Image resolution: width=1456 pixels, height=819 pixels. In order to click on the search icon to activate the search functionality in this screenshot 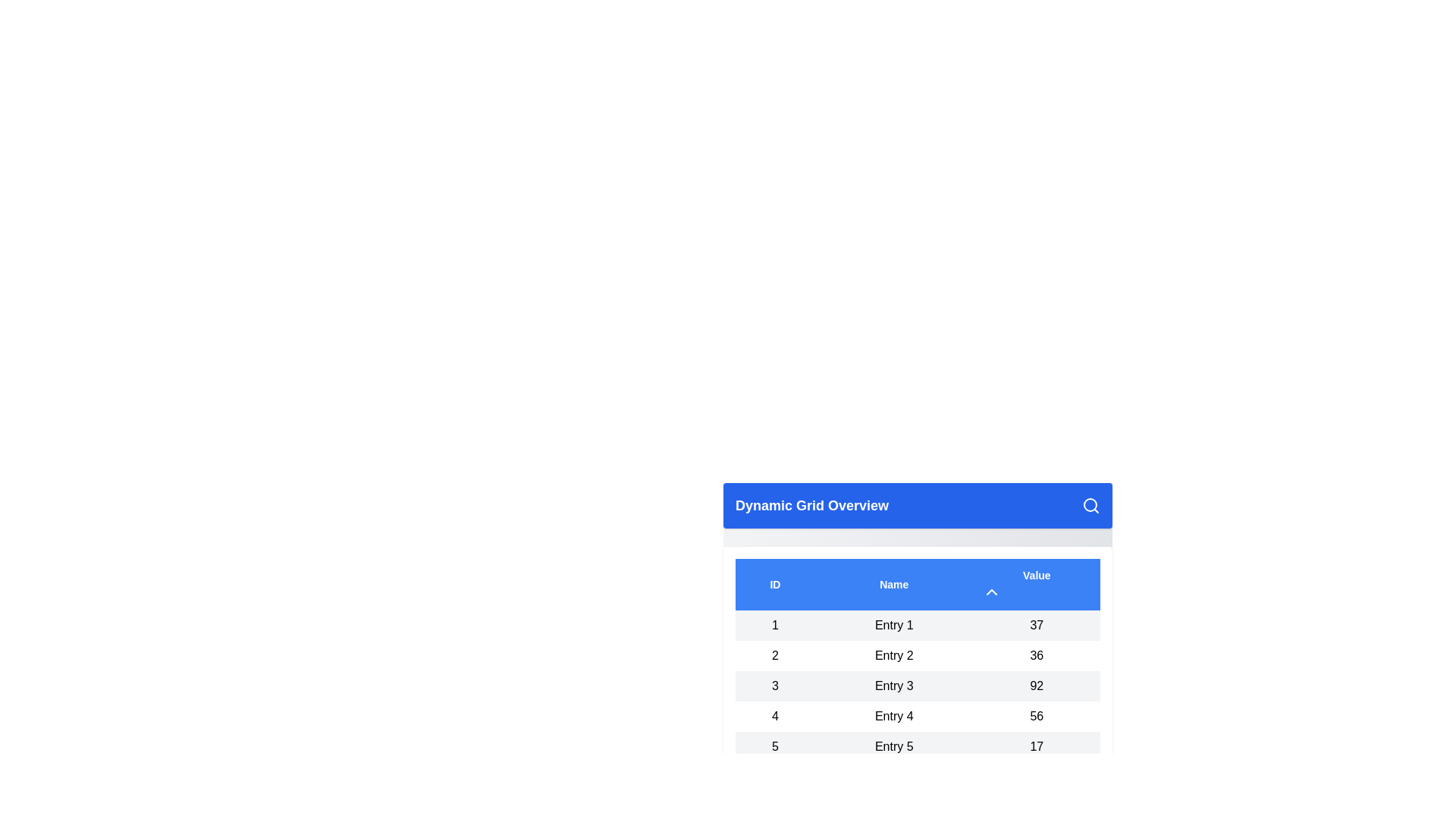, I will do `click(1090, 506)`.